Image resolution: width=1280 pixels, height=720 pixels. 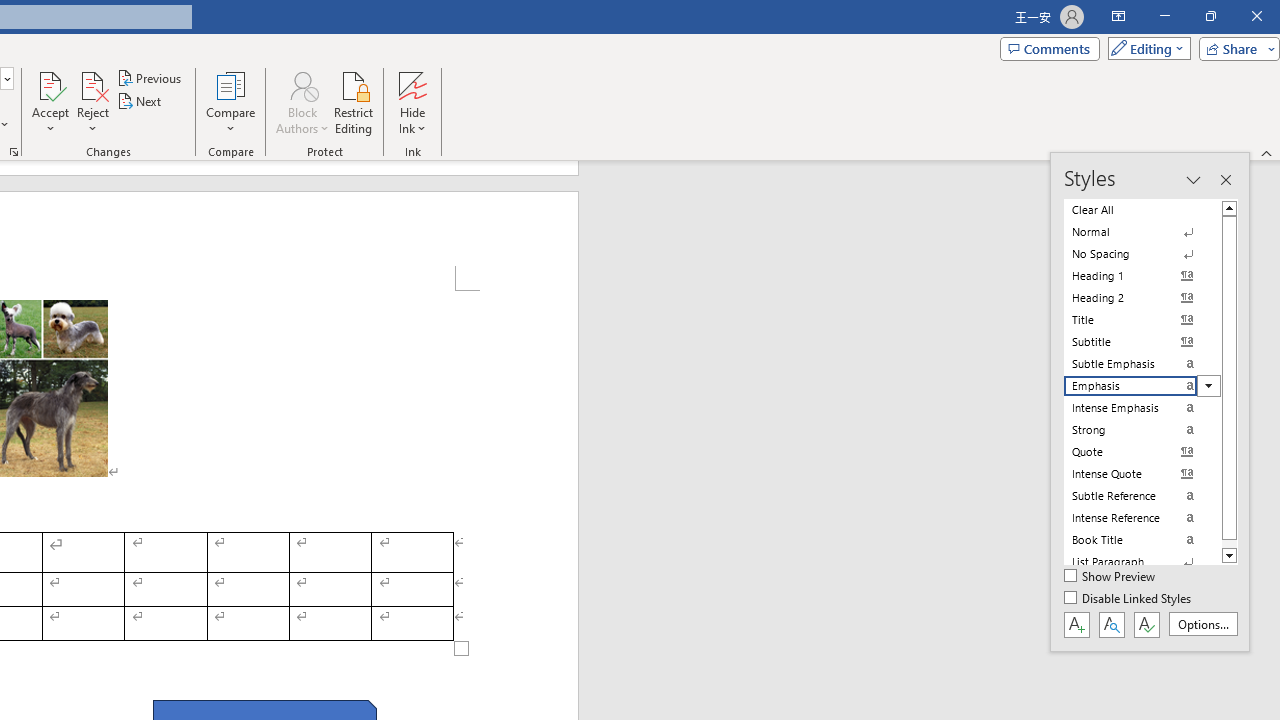 What do you see at coordinates (50, 103) in the screenshot?
I see `'Accept'` at bounding box center [50, 103].